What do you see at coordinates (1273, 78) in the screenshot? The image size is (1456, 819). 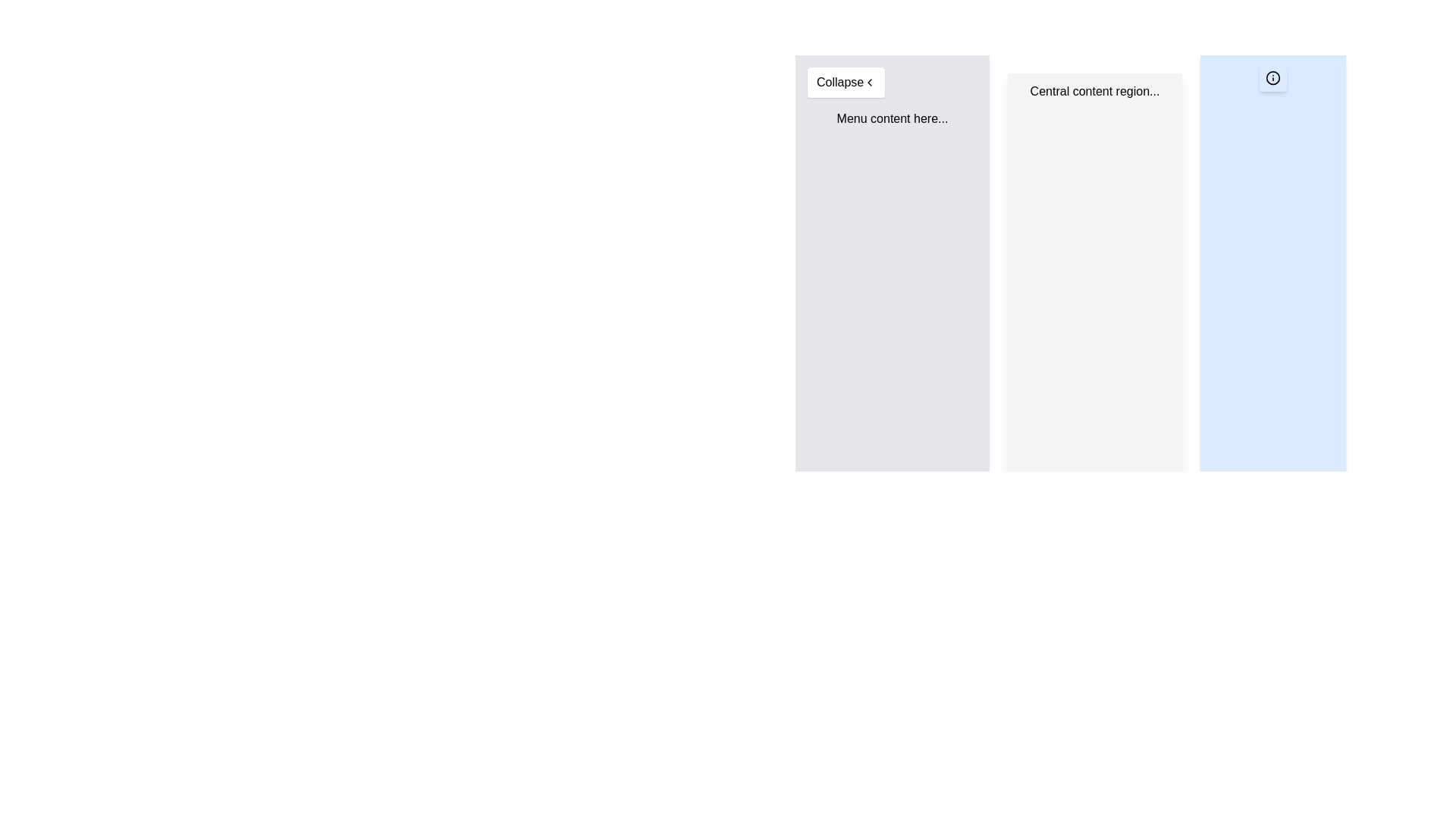 I see `the circular SVG graphic with a black border and light blue interior located at the top-right corner of the interface section` at bounding box center [1273, 78].